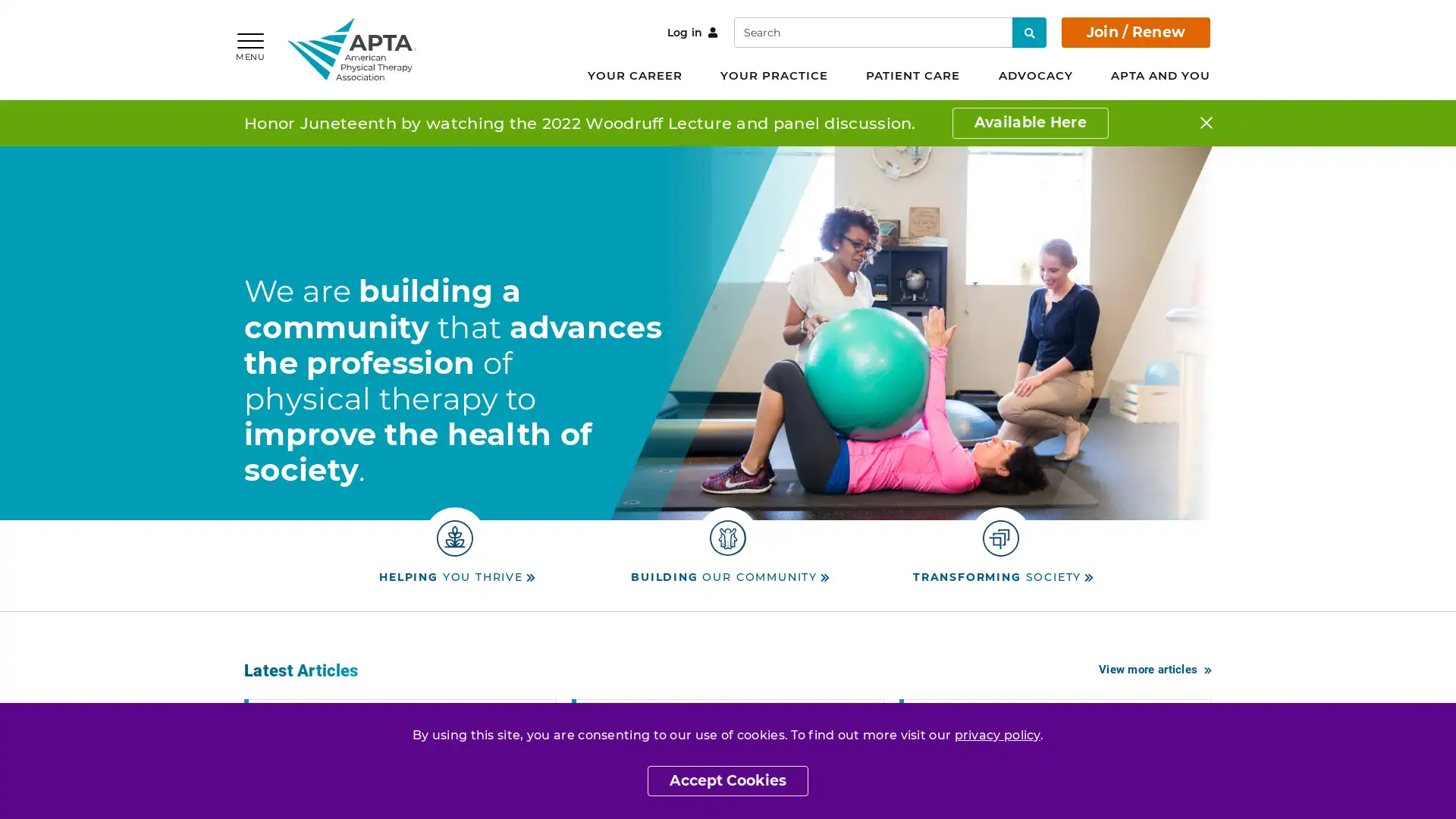 Image resolution: width=1456 pixels, height=819 pixels. Describe the element at coordinates (250, 45) in the screenshot. I see `MENU` at that location.